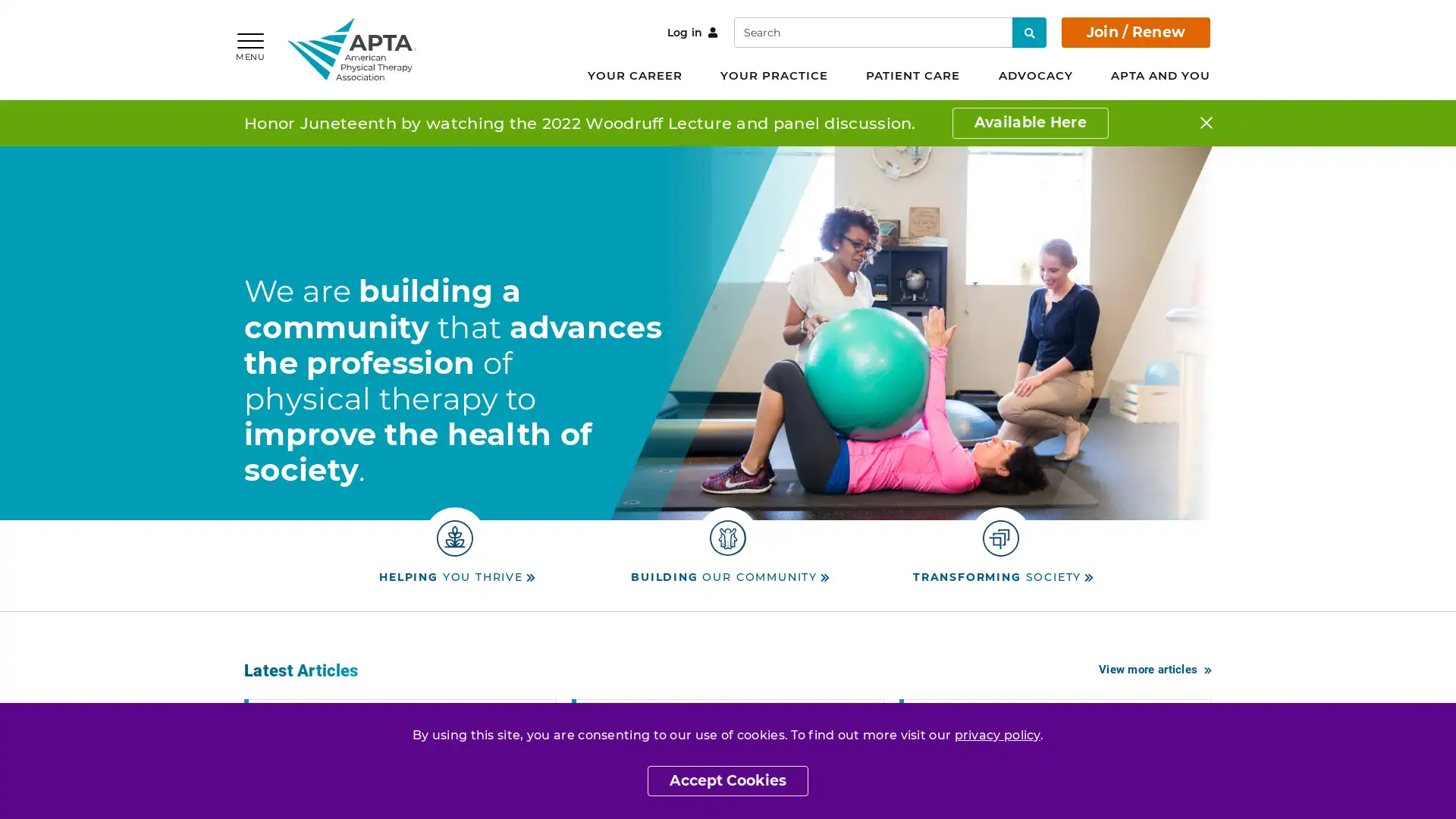 Image resolution: width=1456 pixels, height=819 pixels. Describe the element at coordinates (250, 45) in the screenshot. I see `MENU` at that location.